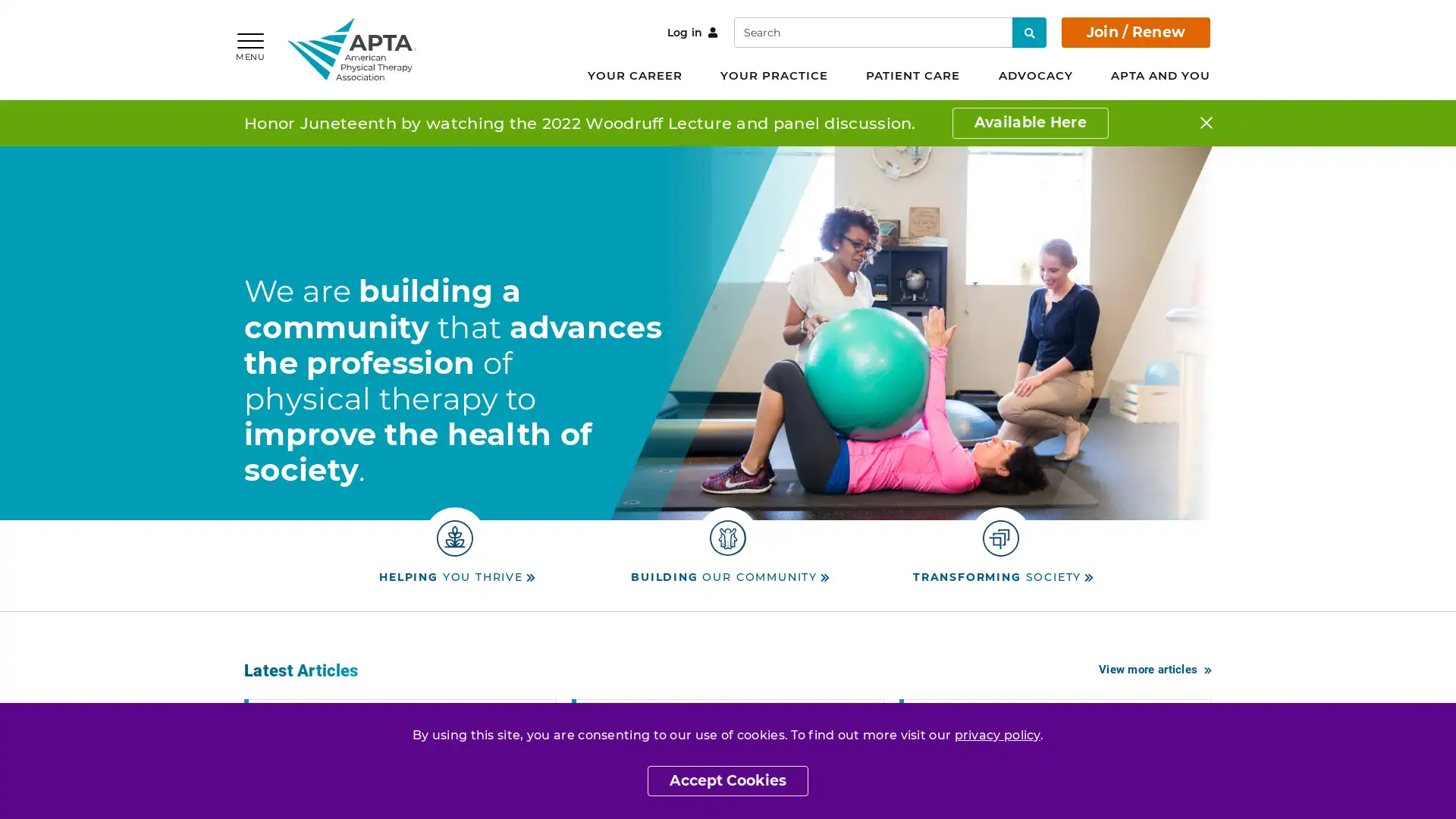 Image resolution: width=1456 pixels, height=819 pixels. Describe the element at coordinates (250, 45) in the screenshot. I see `MENU` at that location.